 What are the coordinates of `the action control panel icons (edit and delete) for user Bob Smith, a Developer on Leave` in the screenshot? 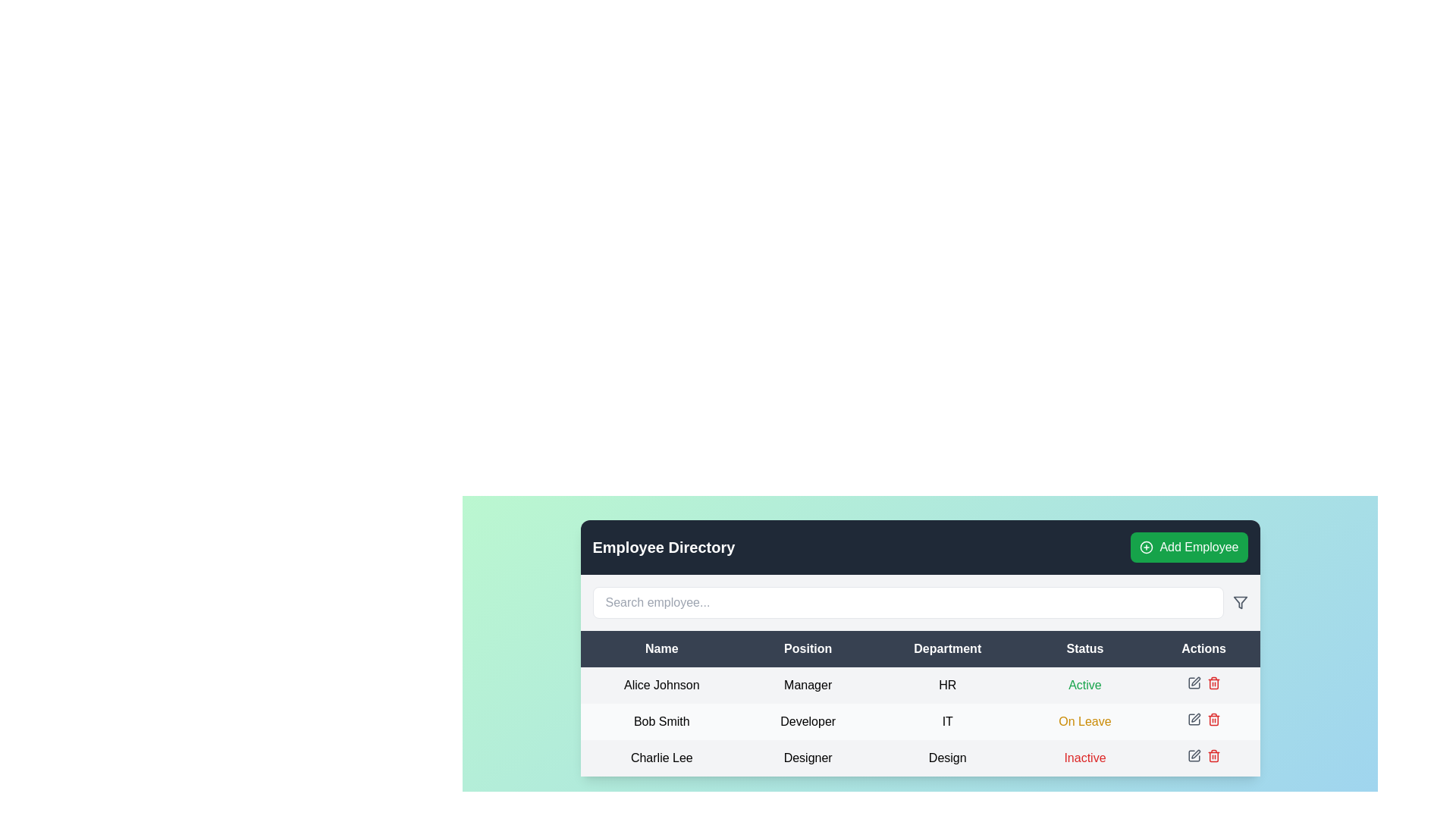 It's located at (1203, 718).